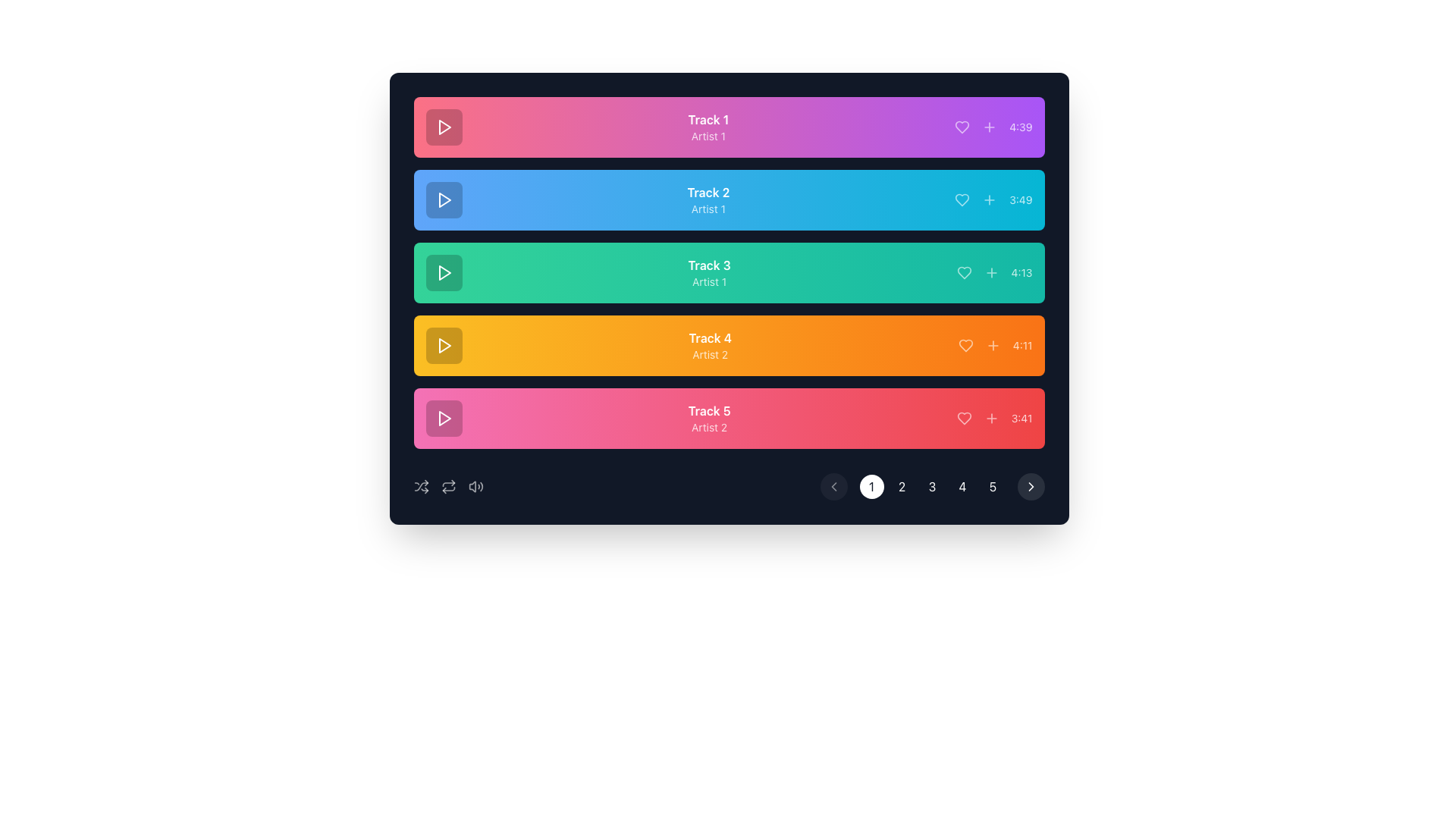 This screenshot has height=819, width=1456. Describe the element at coordinates (963, 271) in the screenshot. I see `the heart-shaped like button located as the first interactive item in the third row of the track list for keyboard interaction` at that location.